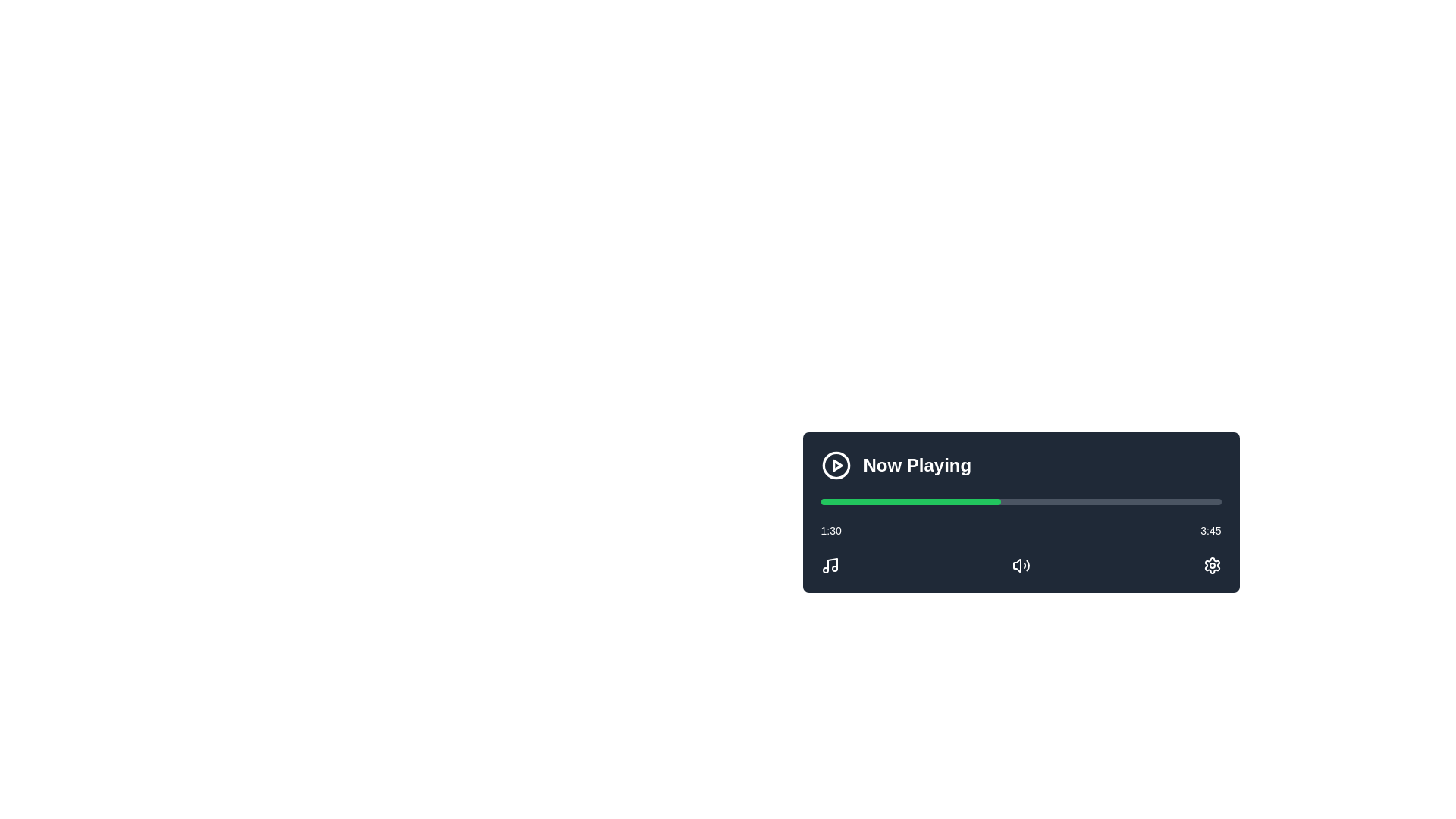 The width and height of the screenshot is (1456, 819). Describe the element at coordinates (1021, 565) in the screenshot. I see `the speaker icon in the Horizontal Toolbar located at the bottom of the music player interface to adjust volume settings` at that location.